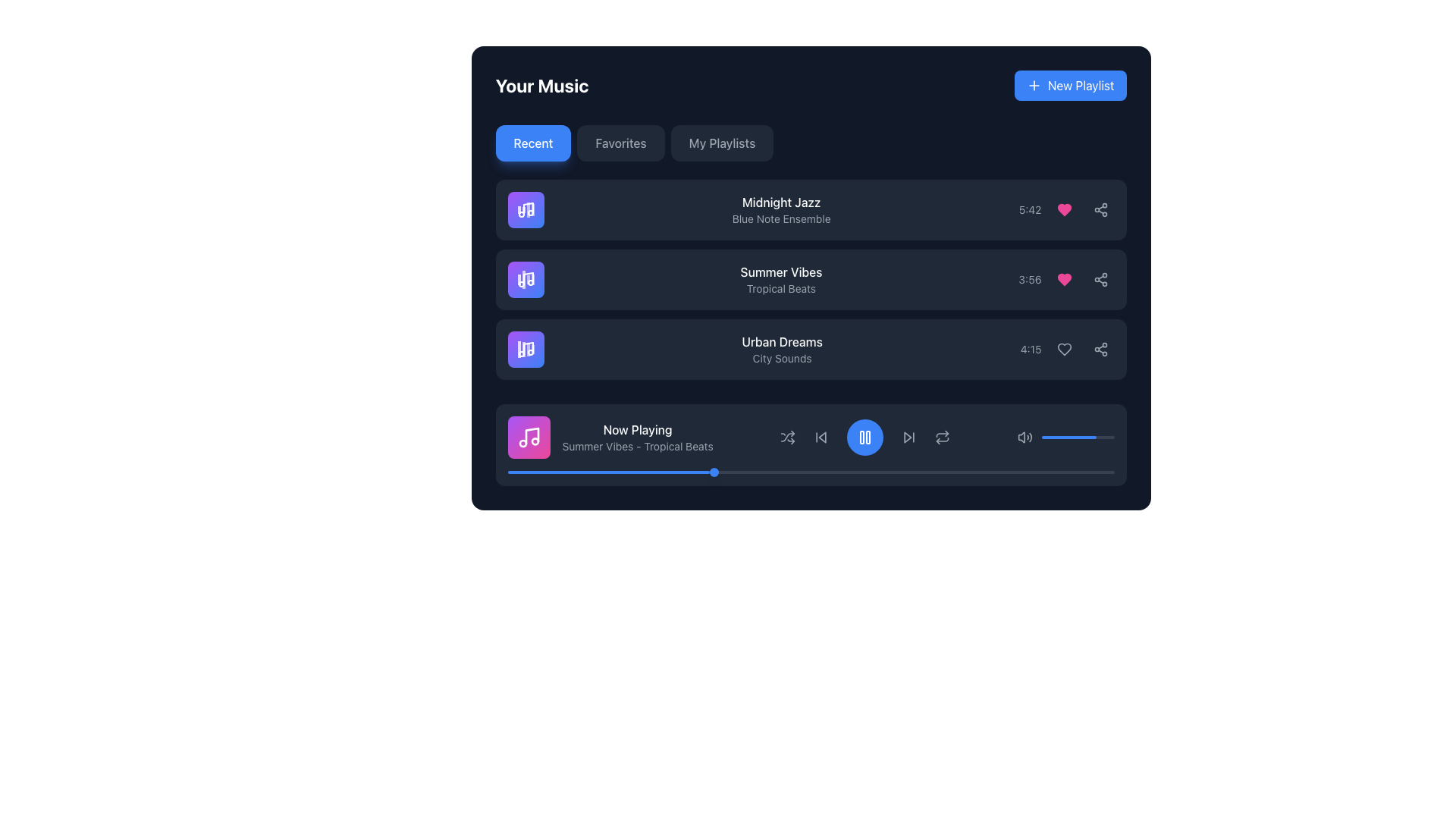  What do you see at coordinates (542, 85) in the screenshot?
I see `the header text that reads 'Your Music', which is prominently styled in bold, large white font against a dark background, located at the top-left corner of its section` at bounding box center [542, 85].